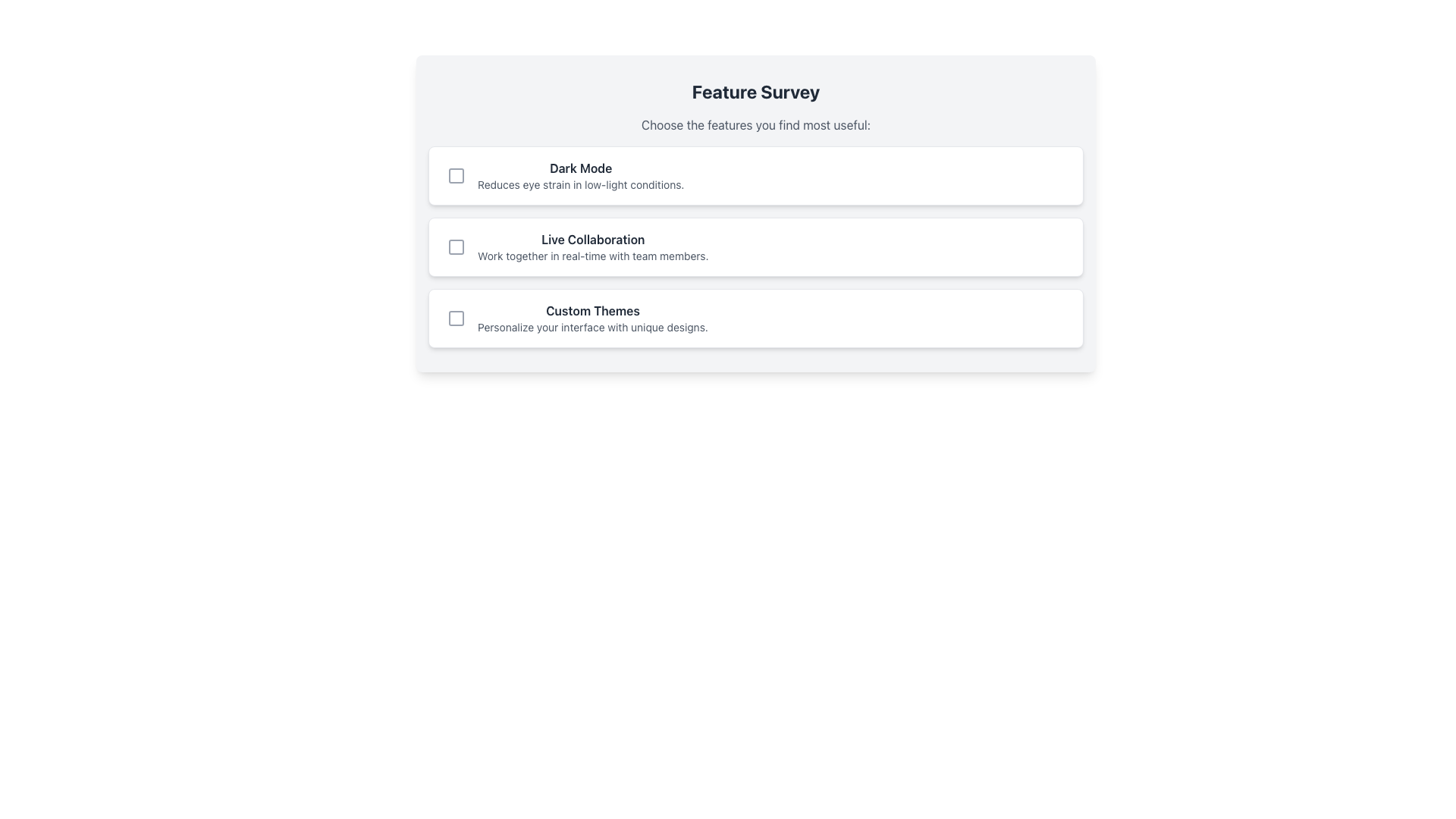  I want to click on the checkboxes in the second block of the feature preferences survey to select features, so click(756, 213).